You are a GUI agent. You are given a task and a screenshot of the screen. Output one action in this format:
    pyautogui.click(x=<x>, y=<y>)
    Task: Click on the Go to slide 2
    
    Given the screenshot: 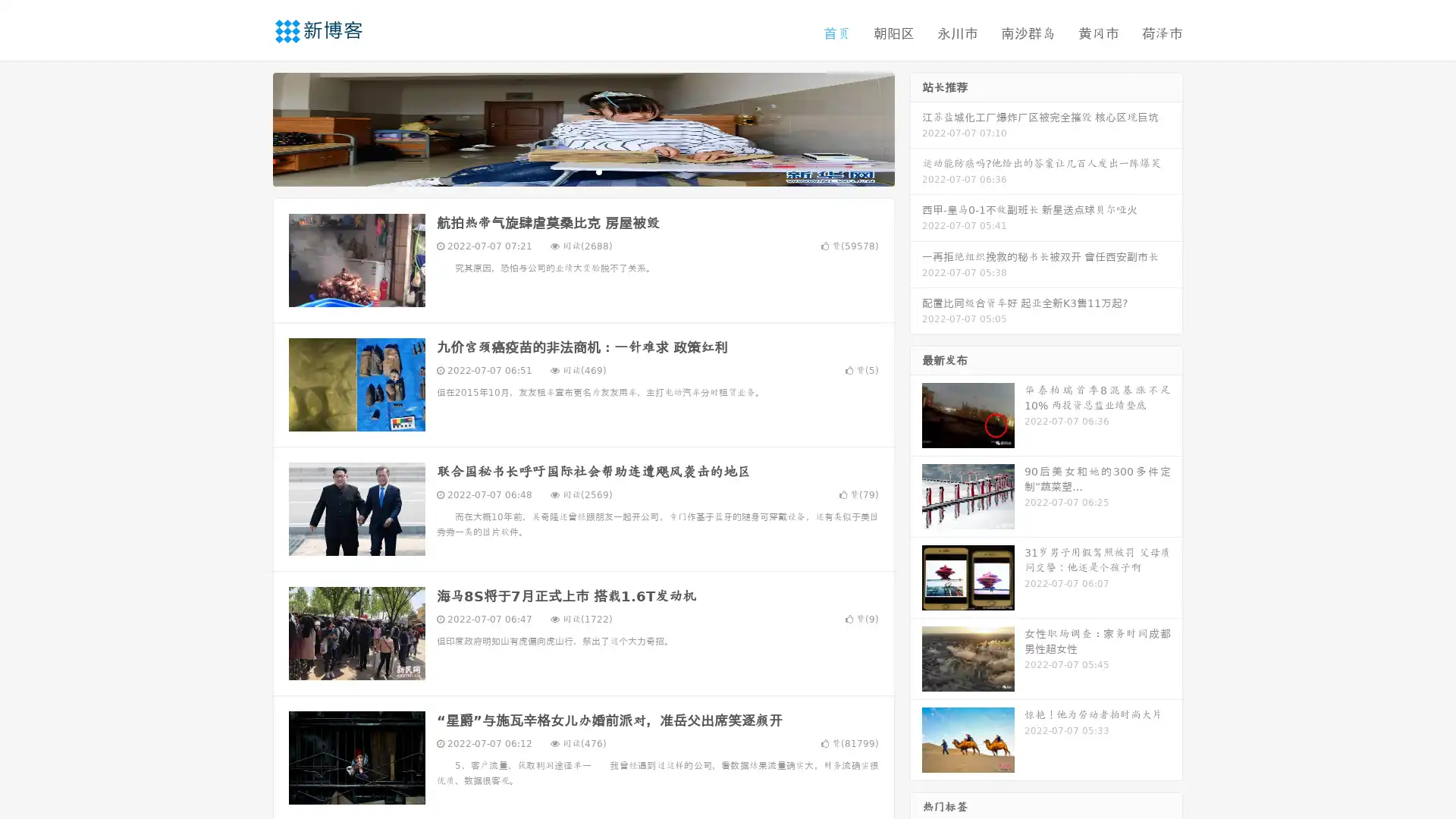 What is the action you would take?
    pyautogui.click(x=582, y=171)
    